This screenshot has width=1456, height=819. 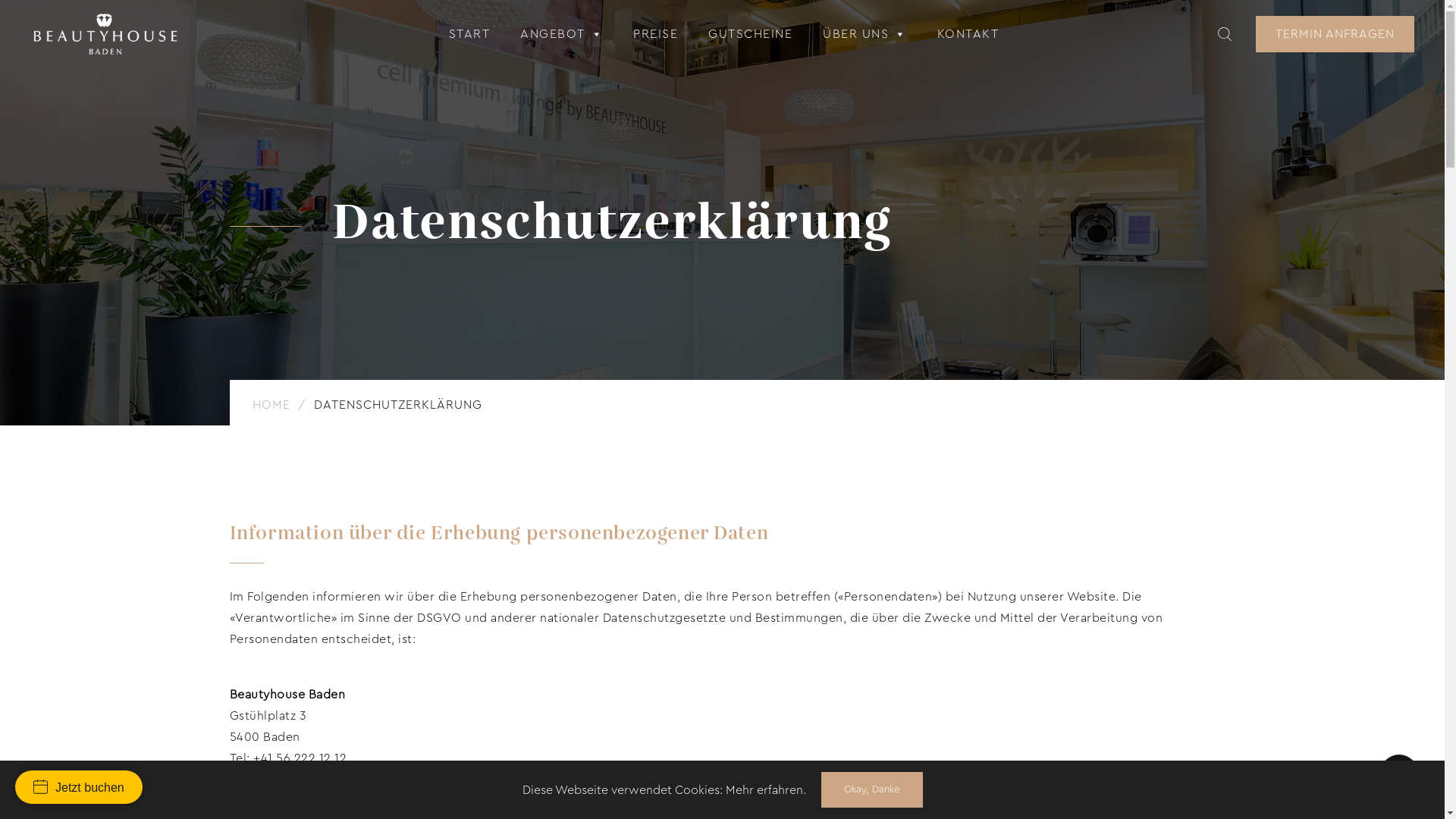 What do you see at coordinates (764, 789) in the screenshot?
I see `'Mehr erfahren.'` at bounding box center [764, 789].